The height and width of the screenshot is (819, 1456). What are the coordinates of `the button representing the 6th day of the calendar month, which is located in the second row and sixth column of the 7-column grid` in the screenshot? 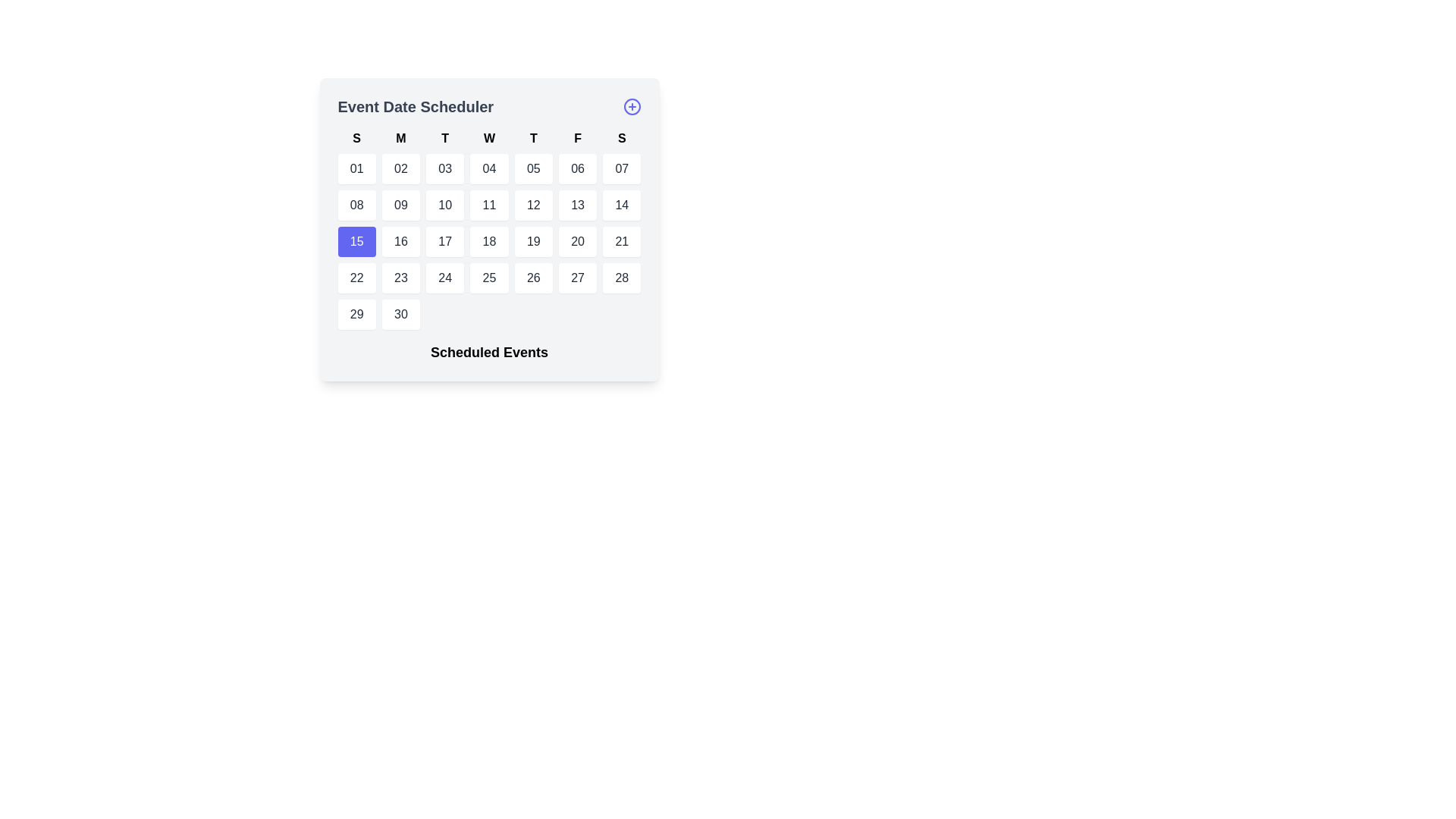 It's located at (577, 169).